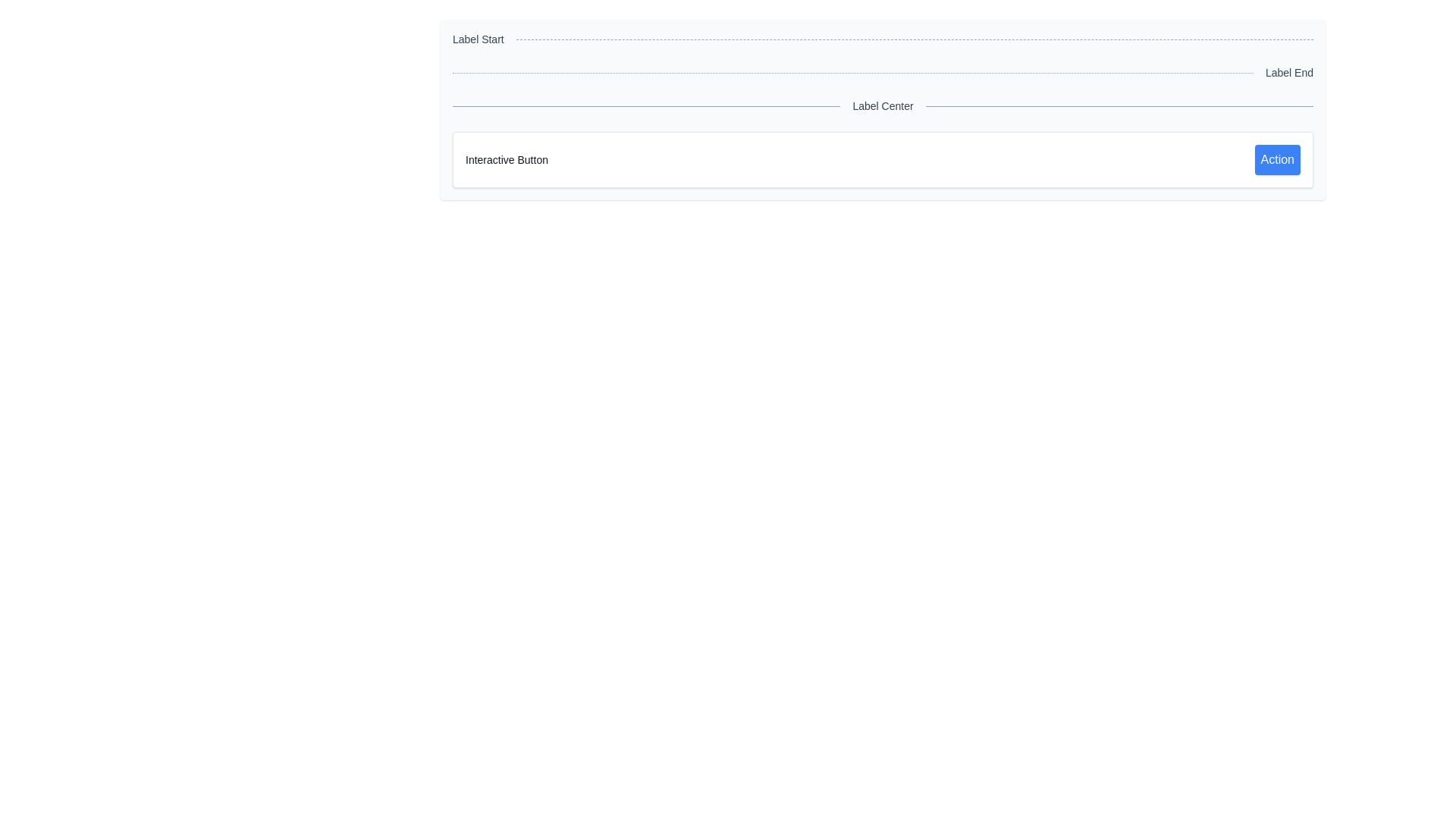 The width and height of the screenshot is (1456, 819). What do you see at coordinates (883, 73) in the screenshot?
I see `the Decorative labeled divider that features a gray dotted line with the text 'Label End' at its right end, positioned between 'Label Start' and 'Label Center'` at bounding box center [883, 73].